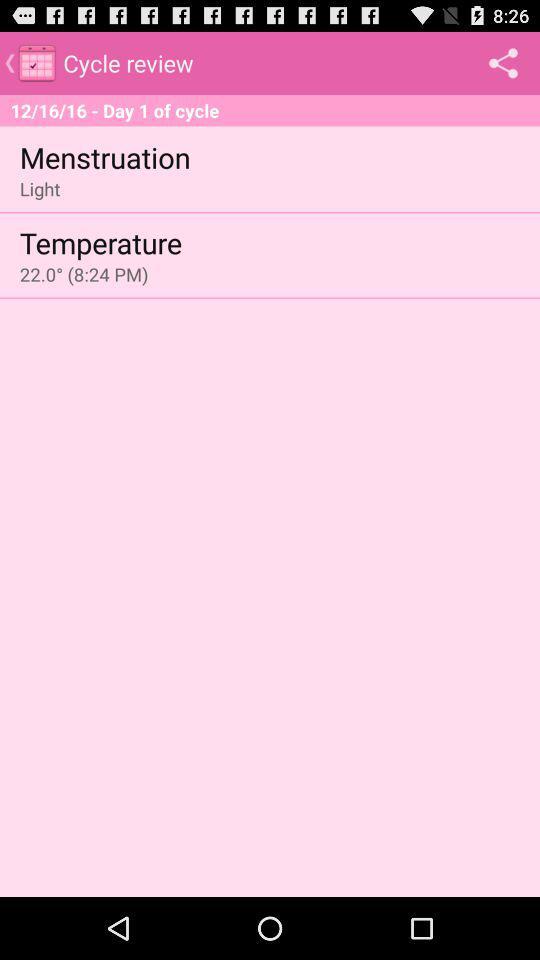  Describe the element at coordinates (502, 62) in the screenshot. I see `the app above the 12 16 16 item` at that location.